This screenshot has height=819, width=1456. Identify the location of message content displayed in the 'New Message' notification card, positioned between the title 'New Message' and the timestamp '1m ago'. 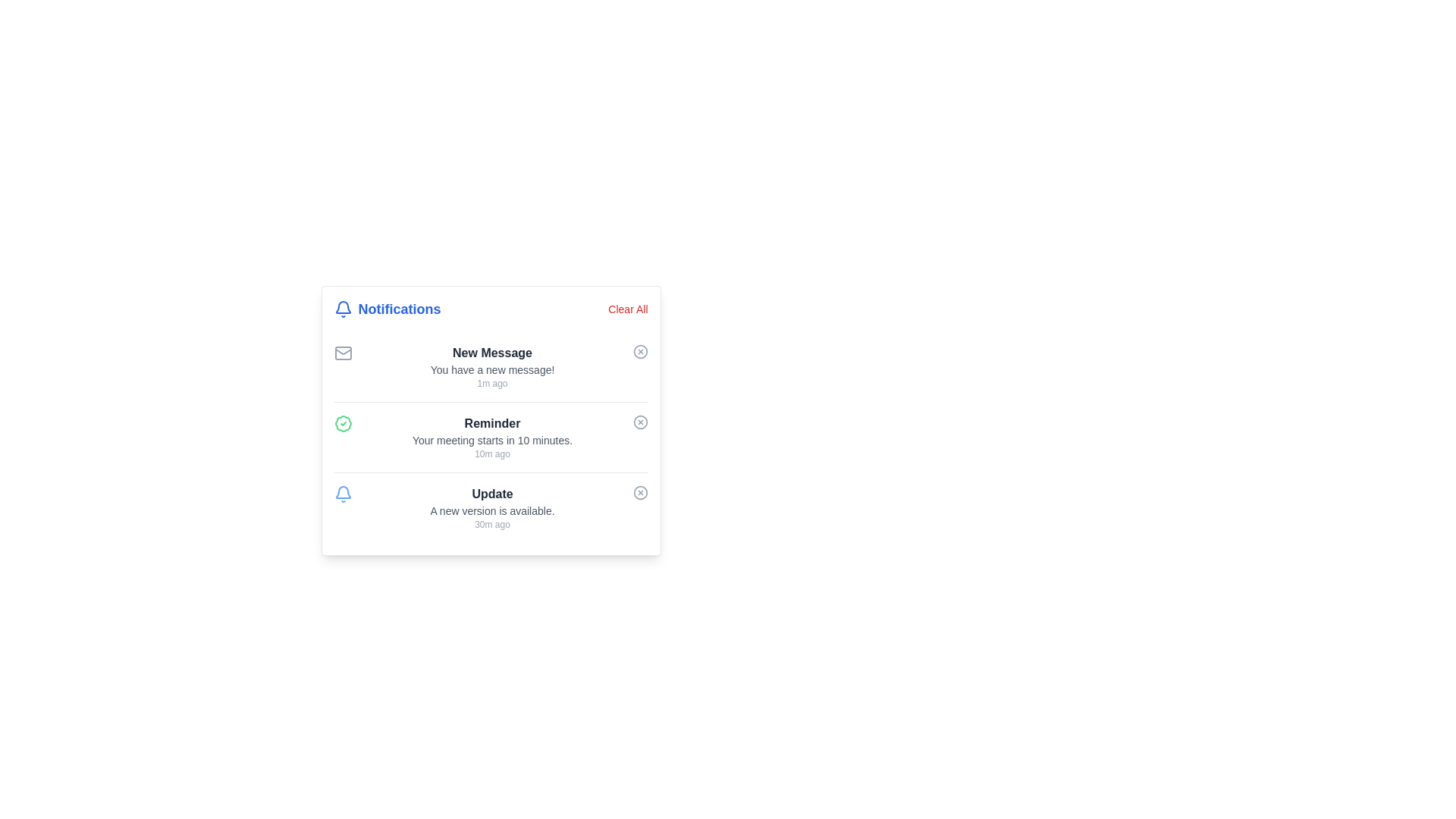
(492, 370).